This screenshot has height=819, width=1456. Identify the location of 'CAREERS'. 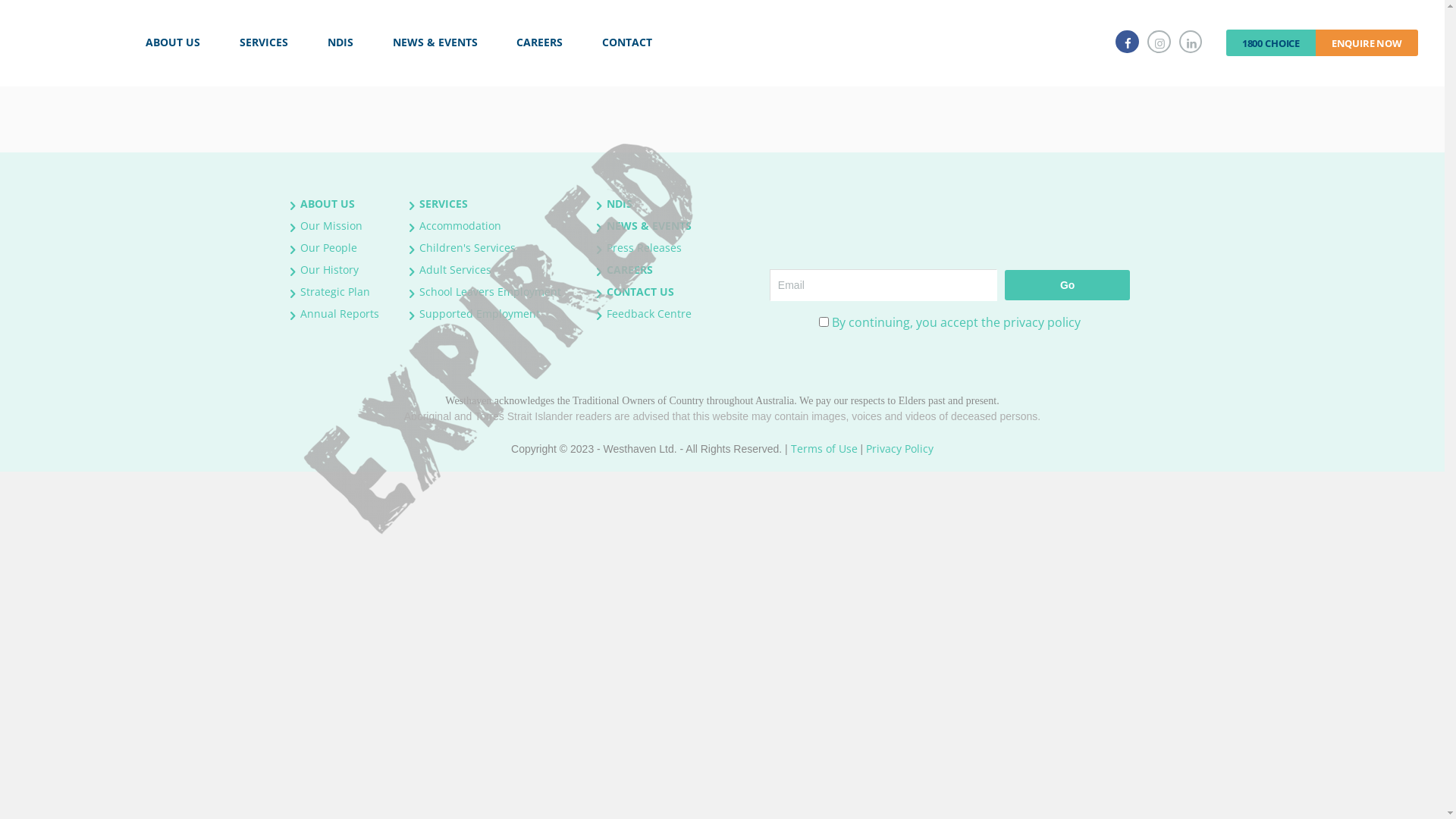
(607, 268).